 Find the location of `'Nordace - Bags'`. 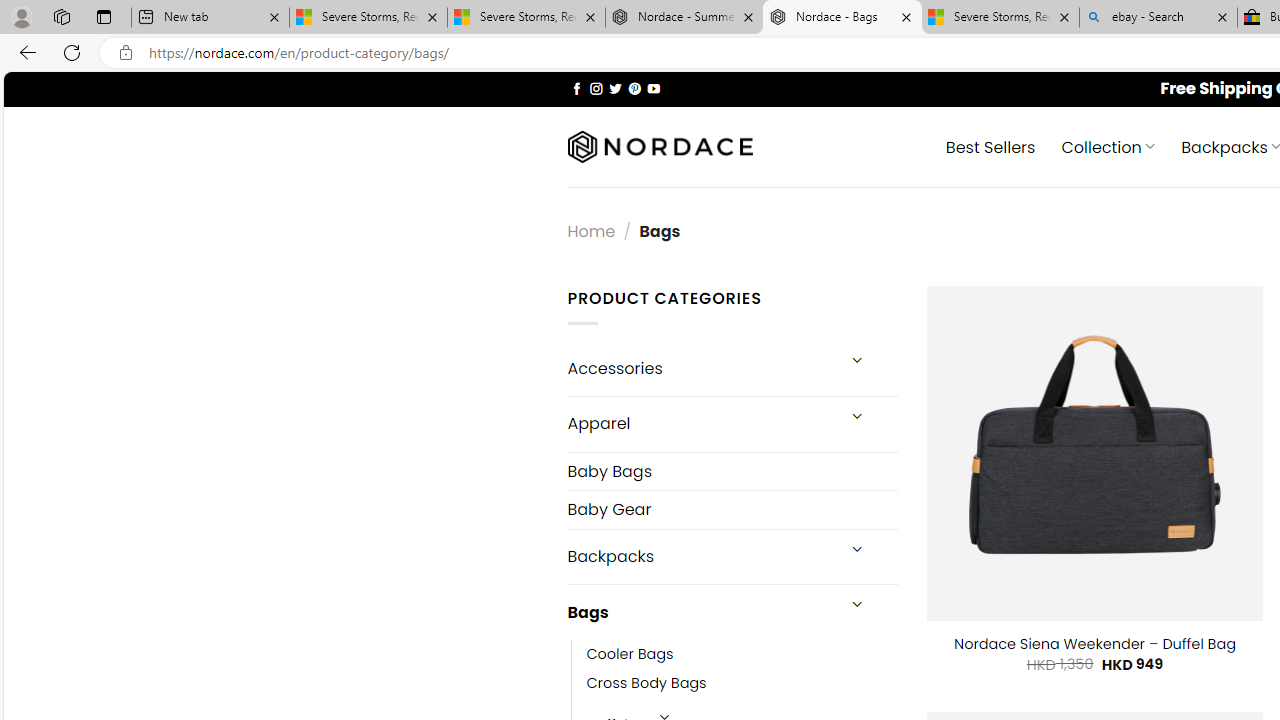

'Nordace - Bags' is located at coordinates (842, 17).